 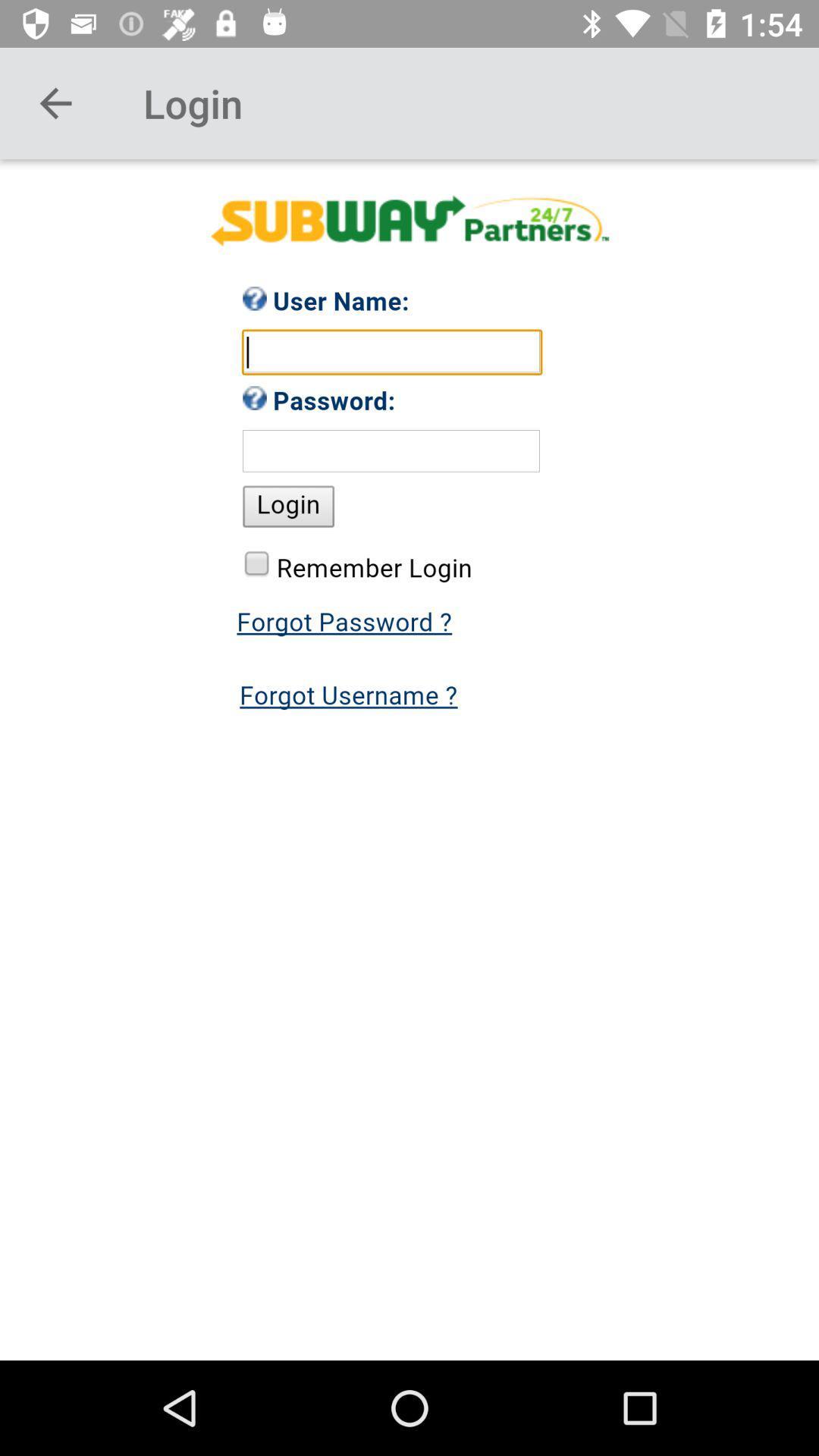 What do you see at coordinates (409, 760) in the screenshot?
I see `login page` at bounding box center [409, 760].